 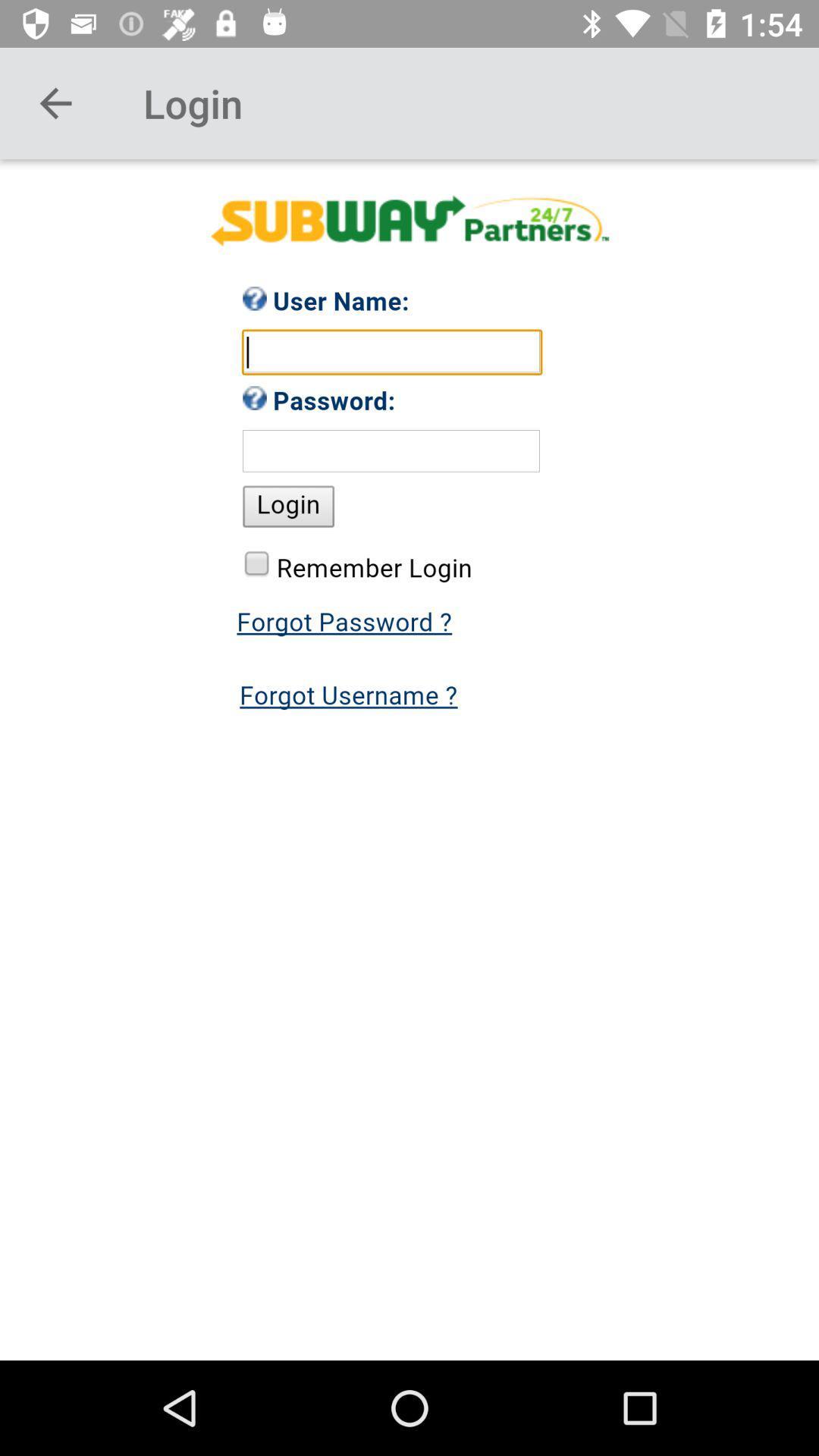 What do you see at coordinates (409, 760) in the screenshot?
I see `login page` at bounding box center [409, 760].